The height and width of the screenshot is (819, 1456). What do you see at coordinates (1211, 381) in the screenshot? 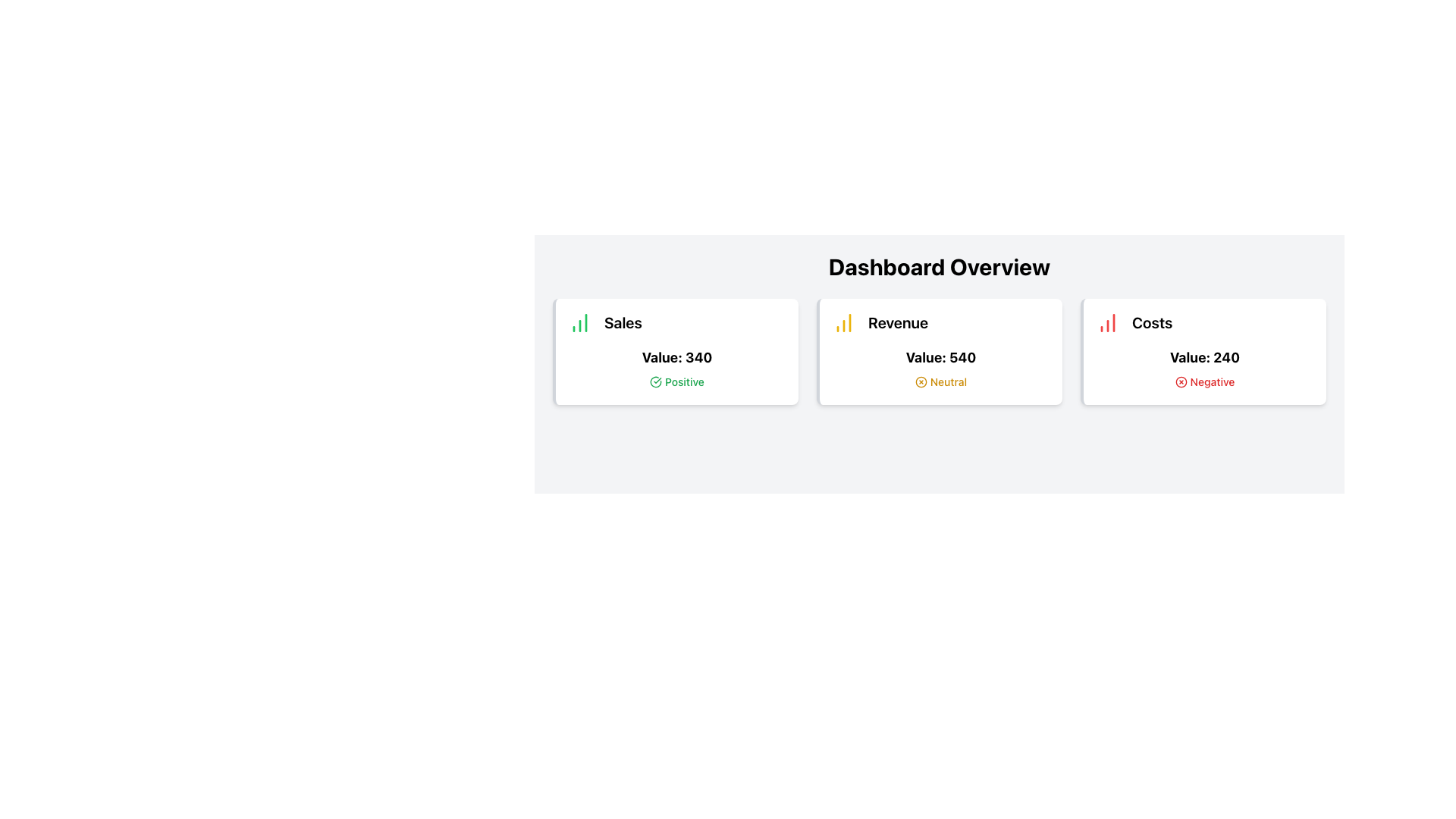
I see `the informational Text Label indicating a negative status related to the 'Costs' statistic, located at the bottom center of the 'Costs' card` at bounding box center [1211, 381].